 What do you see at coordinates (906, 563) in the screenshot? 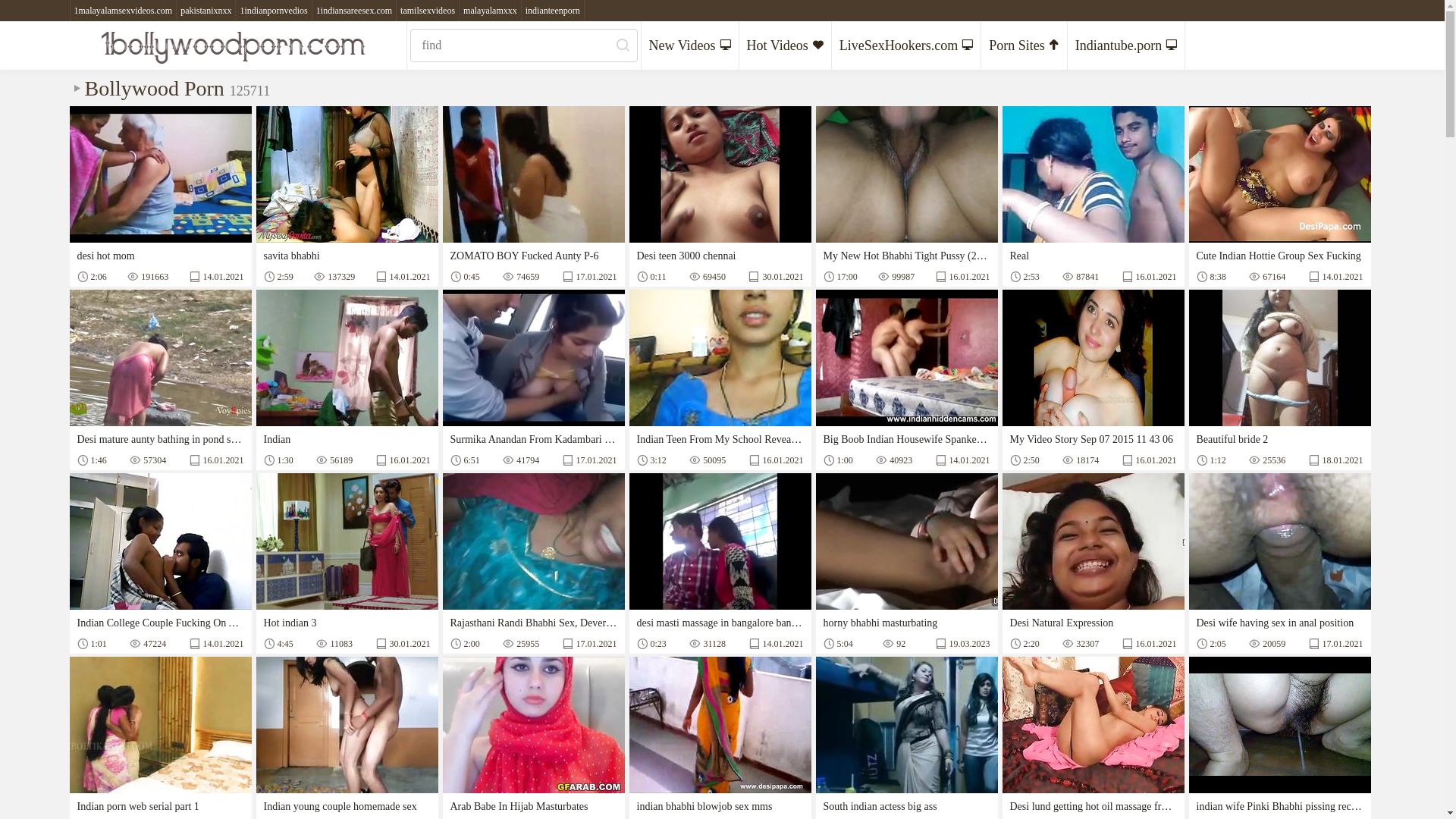
I see `'horny bhabhi masturbating` at bounding box center [906, 563].